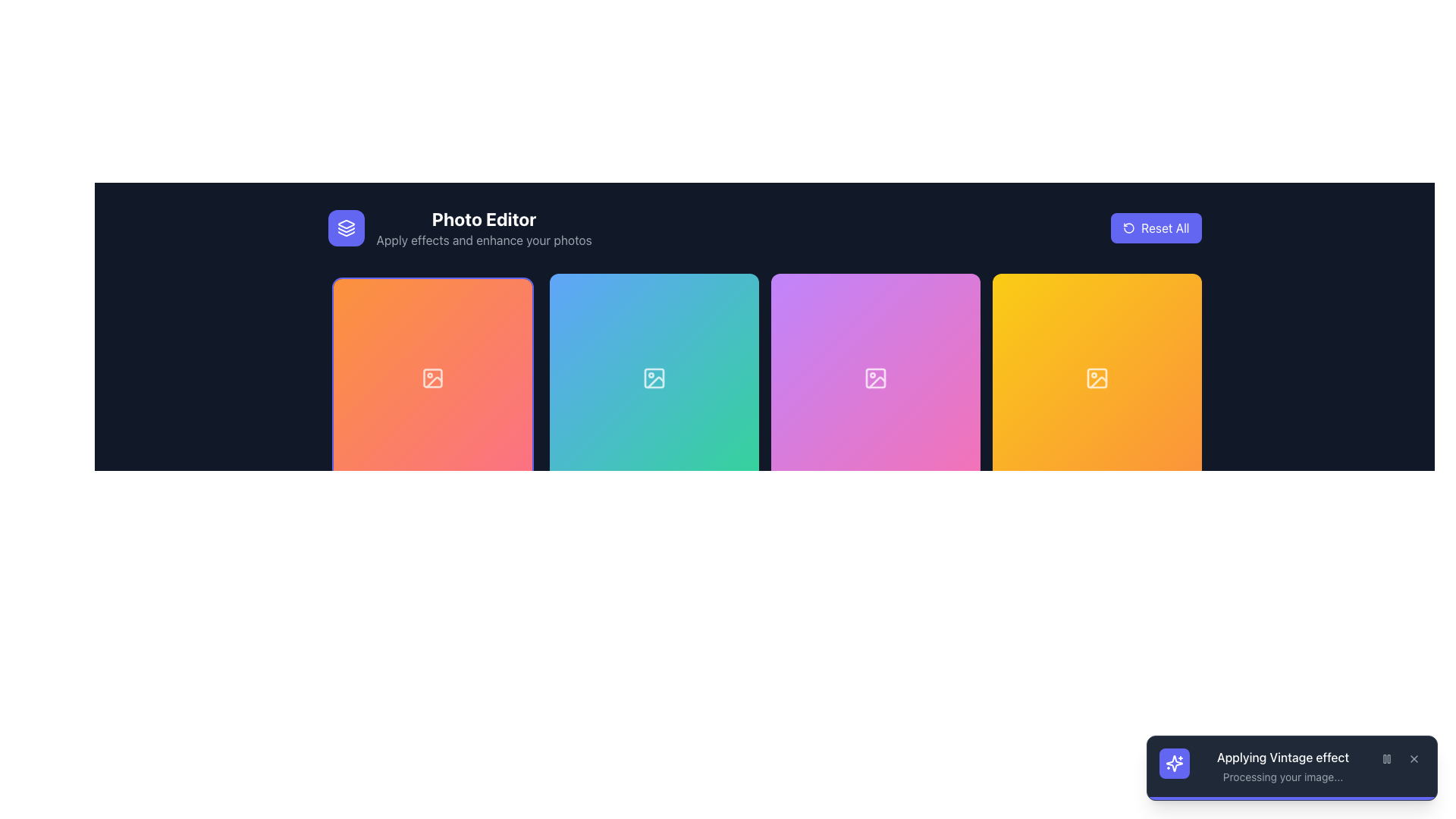 The height and width of the screenshot is (819, 1456). Describe the element at coordinates (1129, 227) in the screenshot. I see `the SVG graphic element representing the reset action, located in the top-right corner of the navigation bar next to the 'Reset All' text` at that location.